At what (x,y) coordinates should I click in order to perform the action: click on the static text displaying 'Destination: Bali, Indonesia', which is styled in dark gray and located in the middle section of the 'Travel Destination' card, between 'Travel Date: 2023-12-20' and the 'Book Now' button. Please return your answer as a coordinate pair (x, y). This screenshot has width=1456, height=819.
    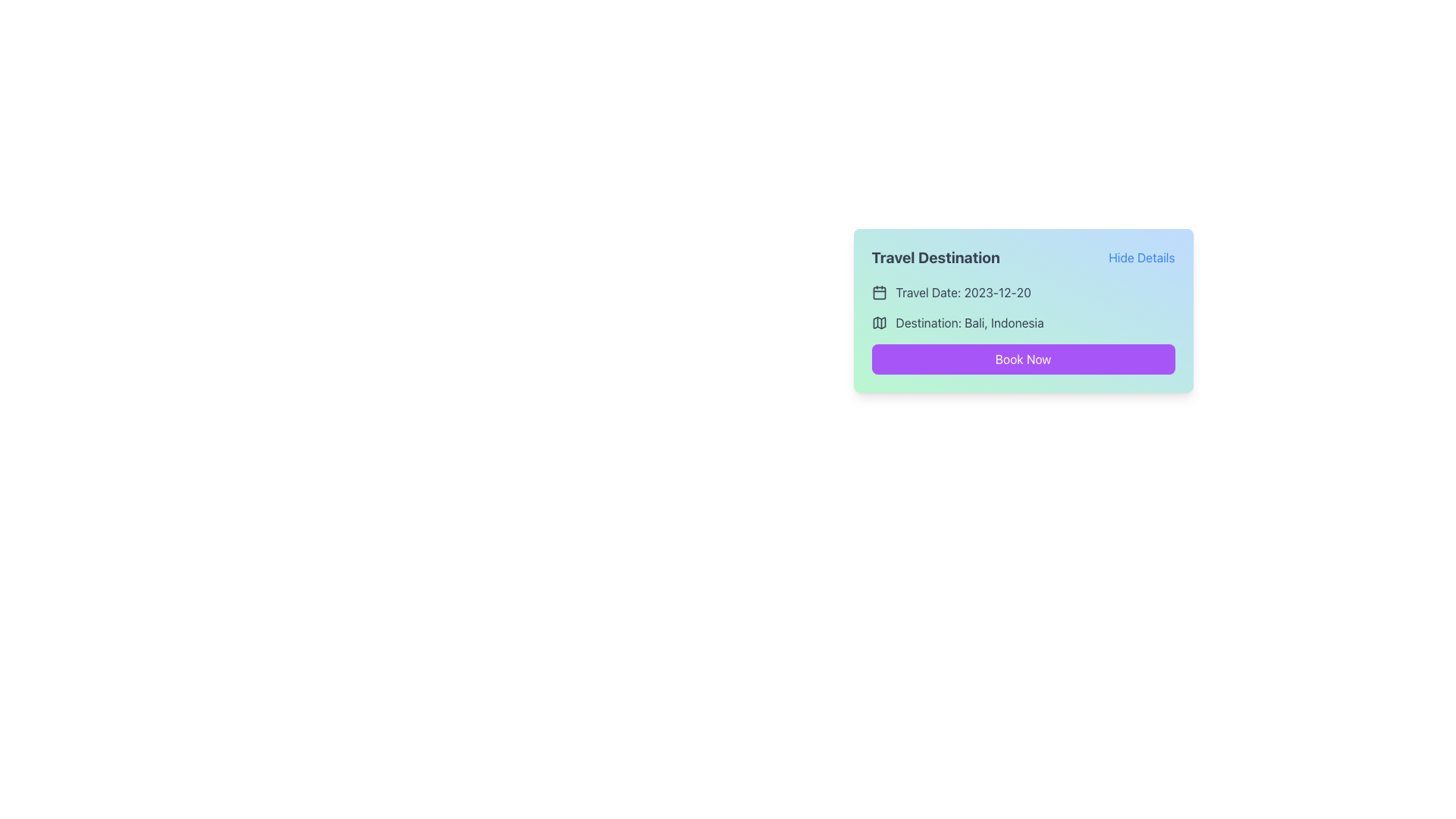
    Looking at the image, I should click on (969, 322).